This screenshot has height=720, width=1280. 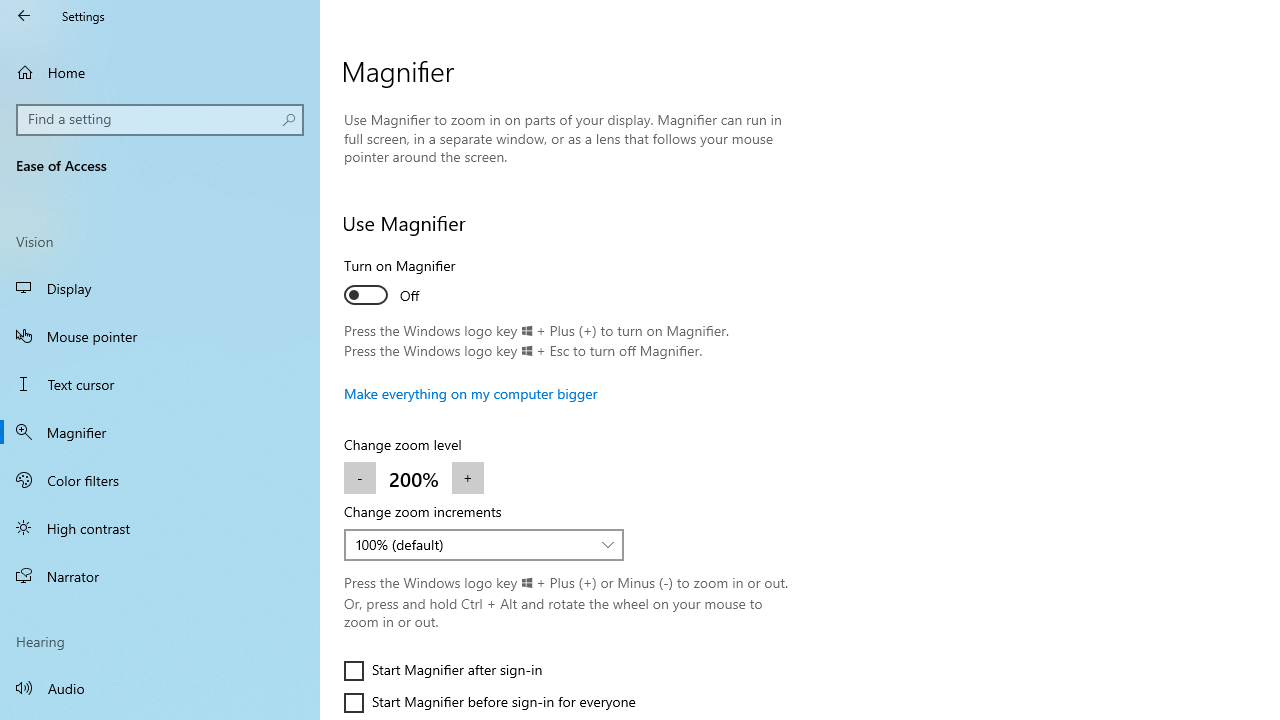 What do you see at coordinates (160, 686) in the screenshot?
I see `'Audio'` at bounding box center [160, 686].